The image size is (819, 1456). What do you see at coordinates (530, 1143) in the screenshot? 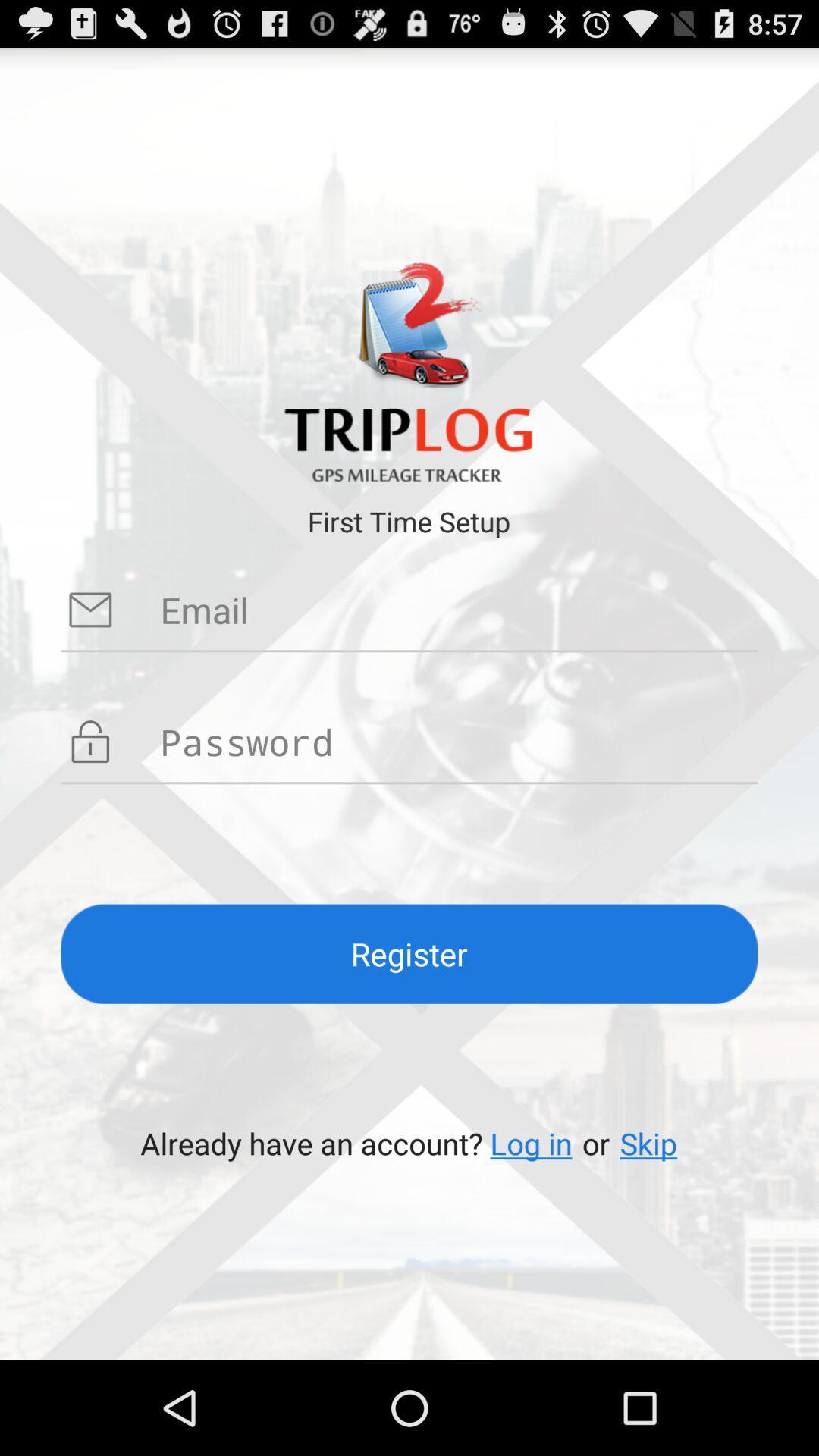
I see `the item next to the already have an item` at bounding box center [530, 1143].